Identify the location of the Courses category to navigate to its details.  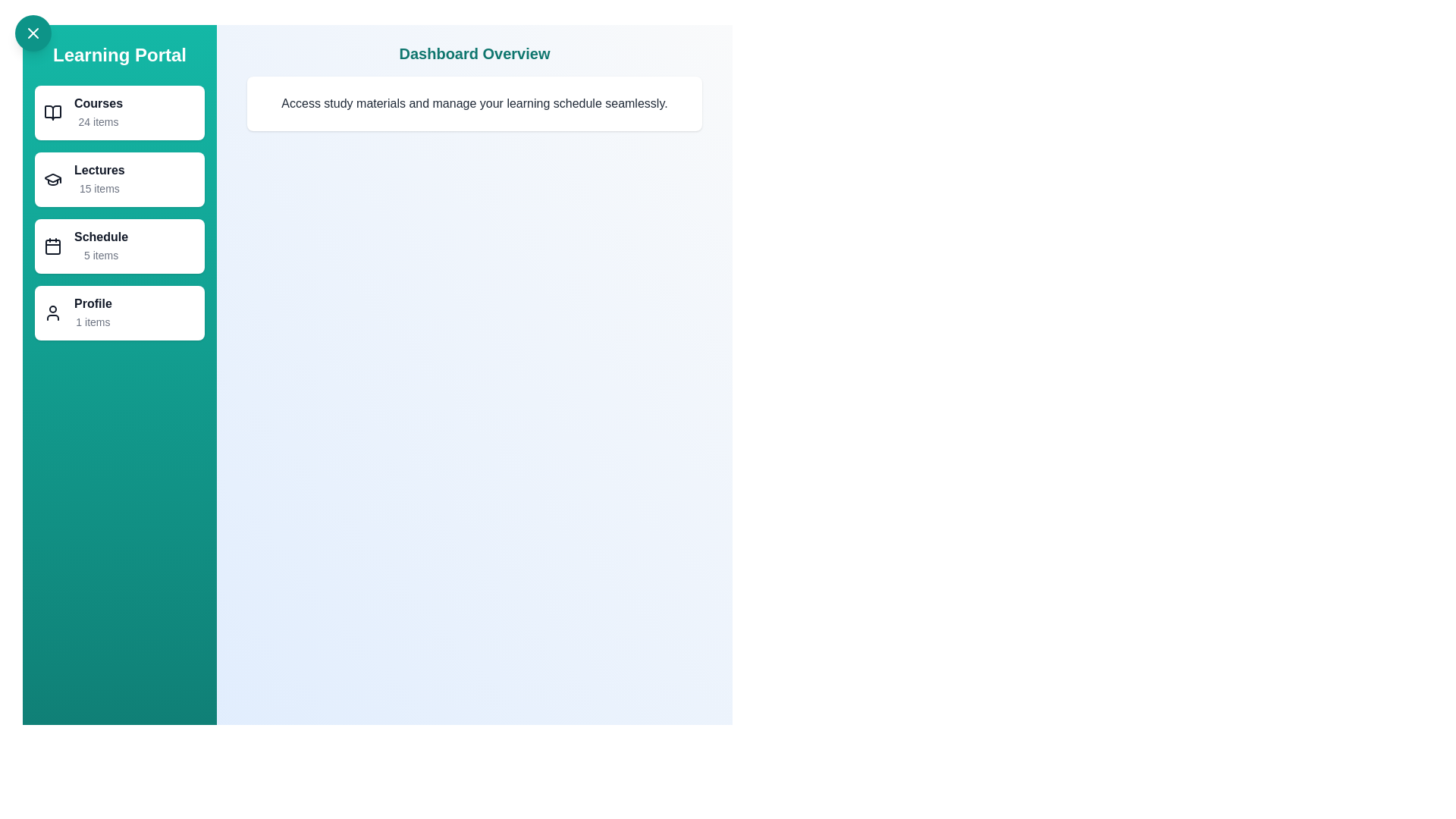
(119, 112).